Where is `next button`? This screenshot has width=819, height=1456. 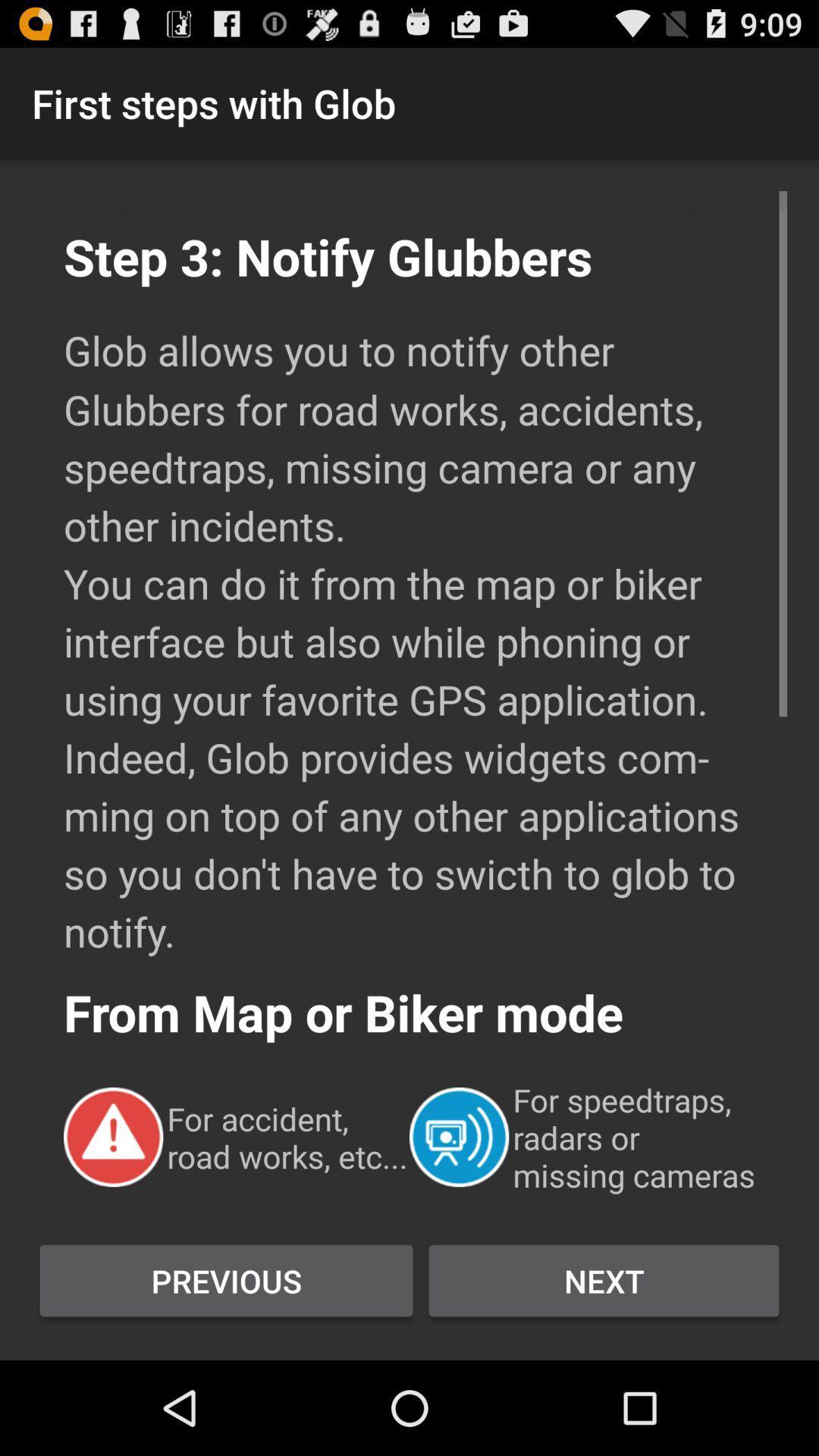 next button is located at coordinates (603, 1280).